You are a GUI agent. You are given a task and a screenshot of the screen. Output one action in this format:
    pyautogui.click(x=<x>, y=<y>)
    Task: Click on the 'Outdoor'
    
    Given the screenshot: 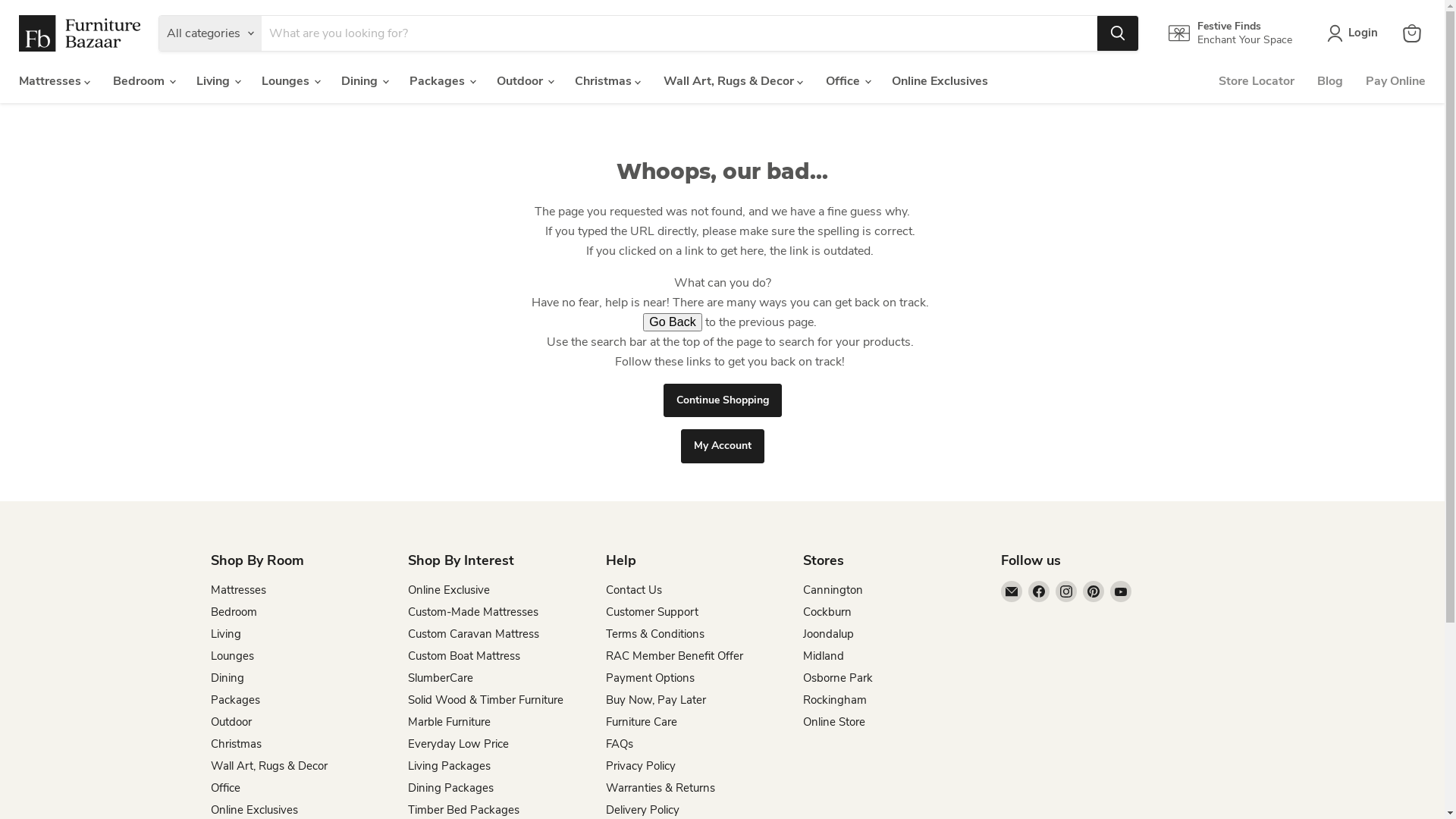 What is the action you would take?
    pyautogui.click(x=231, y=721)
    